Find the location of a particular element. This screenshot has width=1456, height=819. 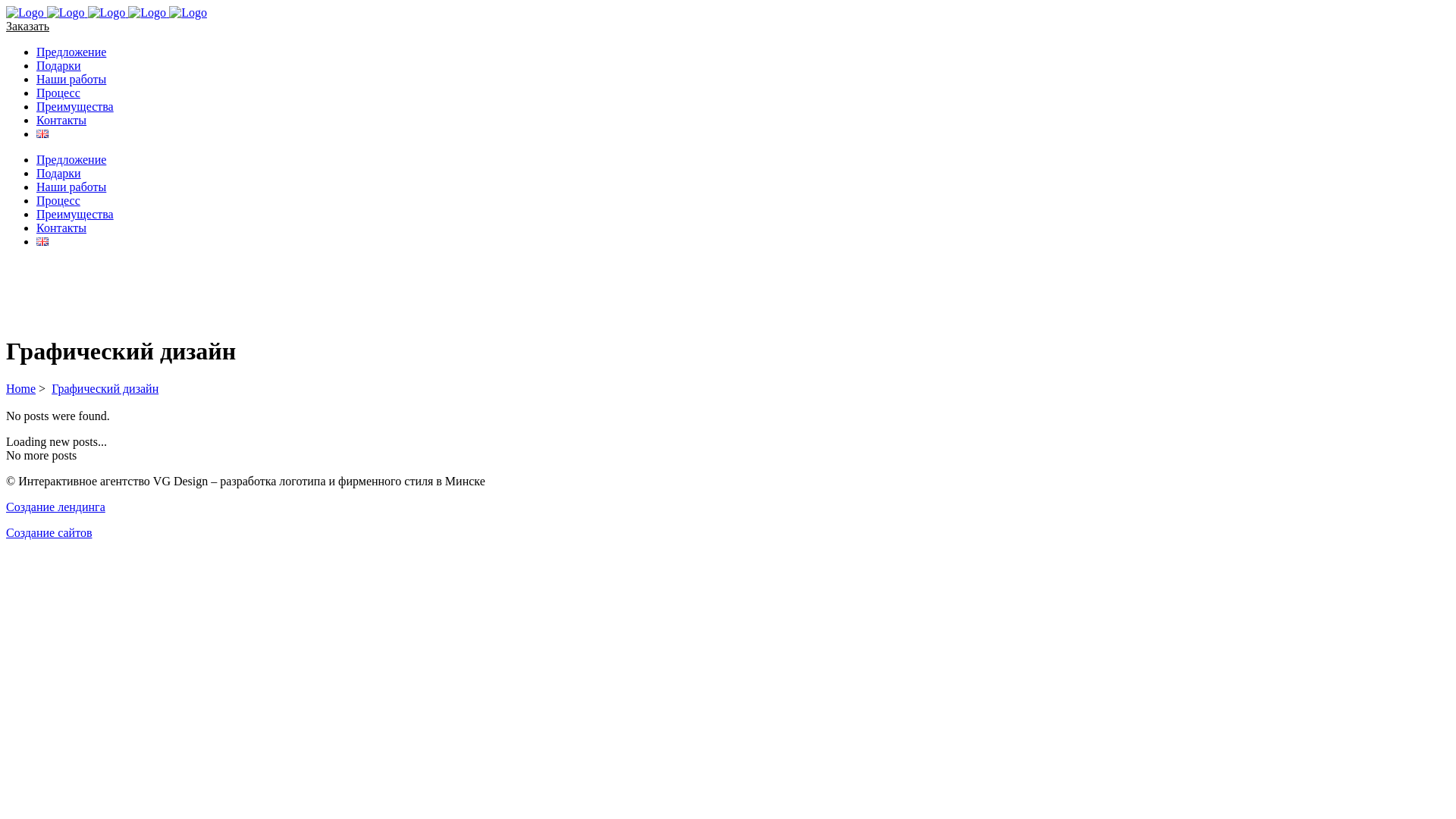

'Home' is located at coordinates (6, 388).